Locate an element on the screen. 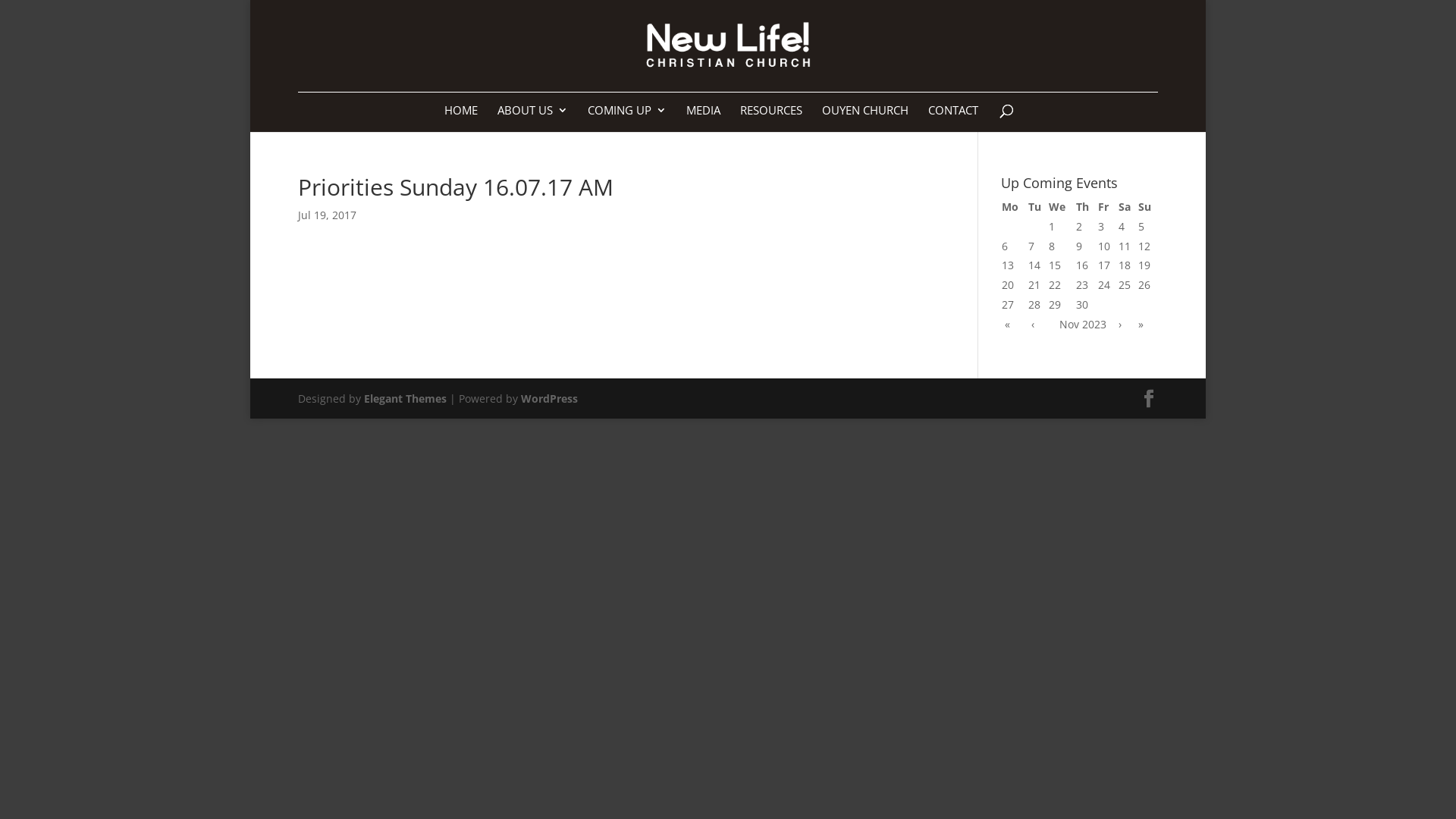 This screenshot has width=1456, height=819. 'MEDIA' is located at coordinates (702, 117).